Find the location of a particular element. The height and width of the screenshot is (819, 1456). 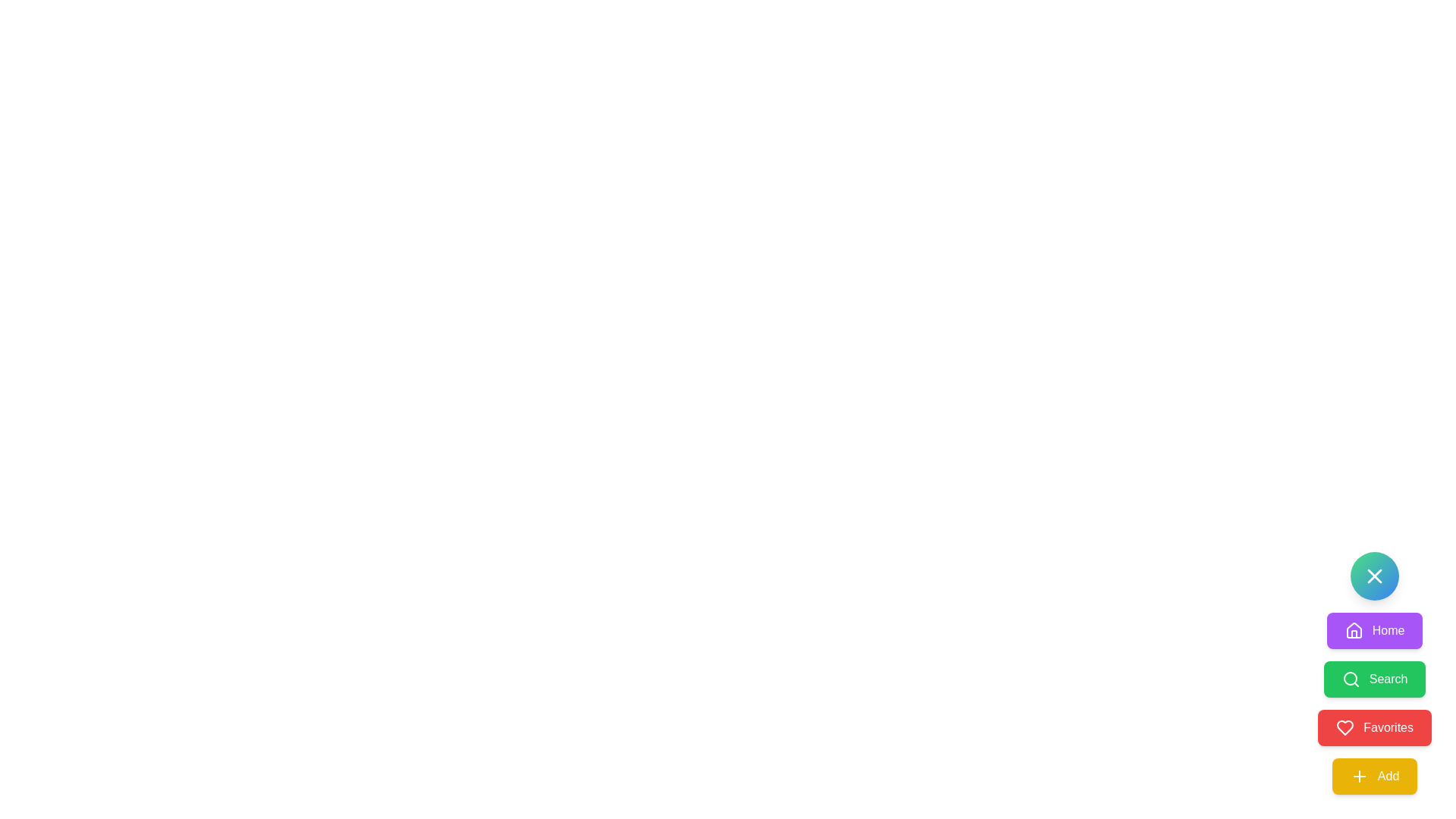

the icon resembling a cross located at the top center of the circular button above the rectangular buttons labeled 'Home', 'Search', 'Favorites', and 'Add' is located at coordinates (1375, 576).